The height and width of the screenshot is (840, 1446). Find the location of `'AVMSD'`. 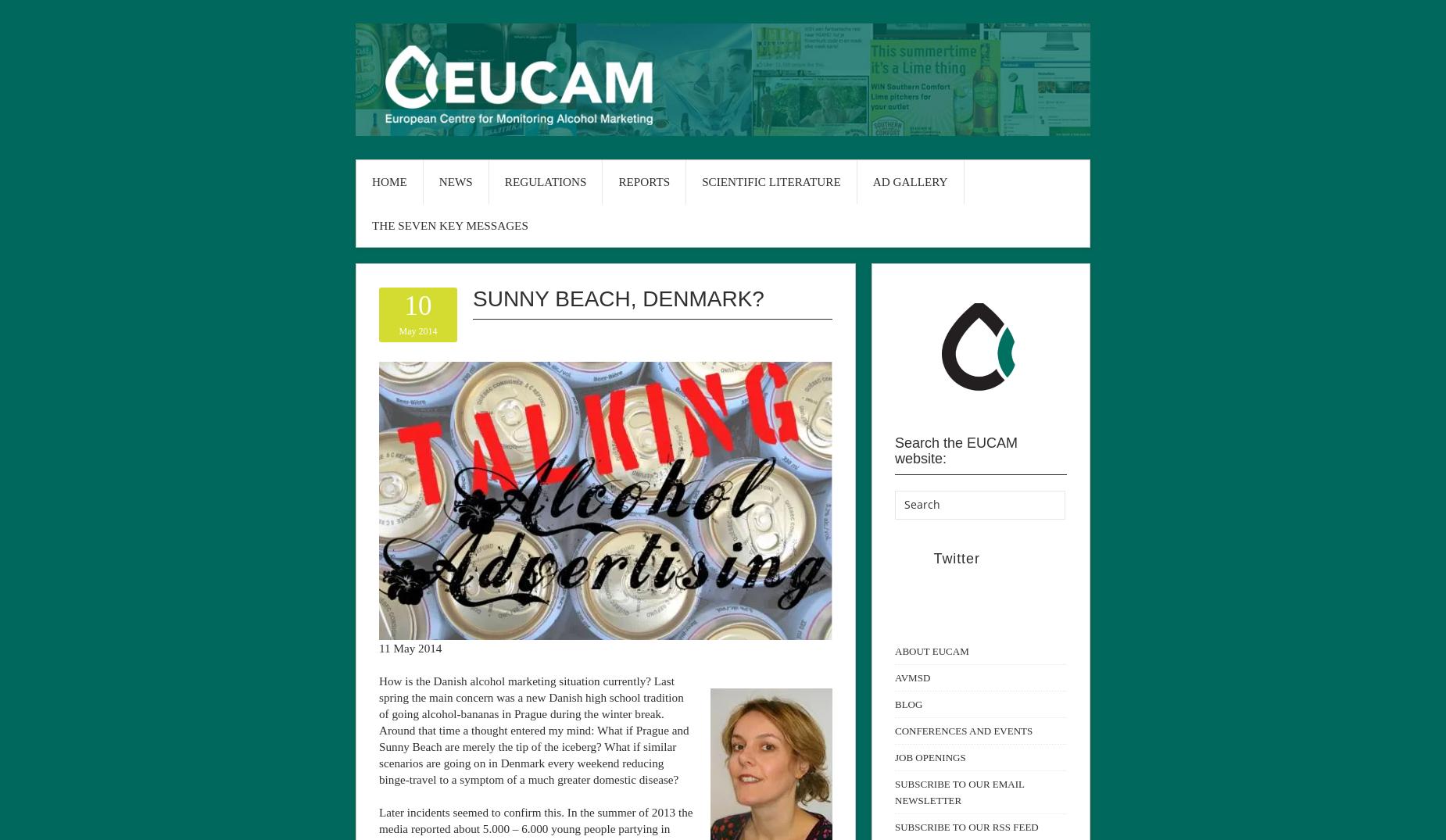

'AVMSD' is located at coordinates (893, 677).